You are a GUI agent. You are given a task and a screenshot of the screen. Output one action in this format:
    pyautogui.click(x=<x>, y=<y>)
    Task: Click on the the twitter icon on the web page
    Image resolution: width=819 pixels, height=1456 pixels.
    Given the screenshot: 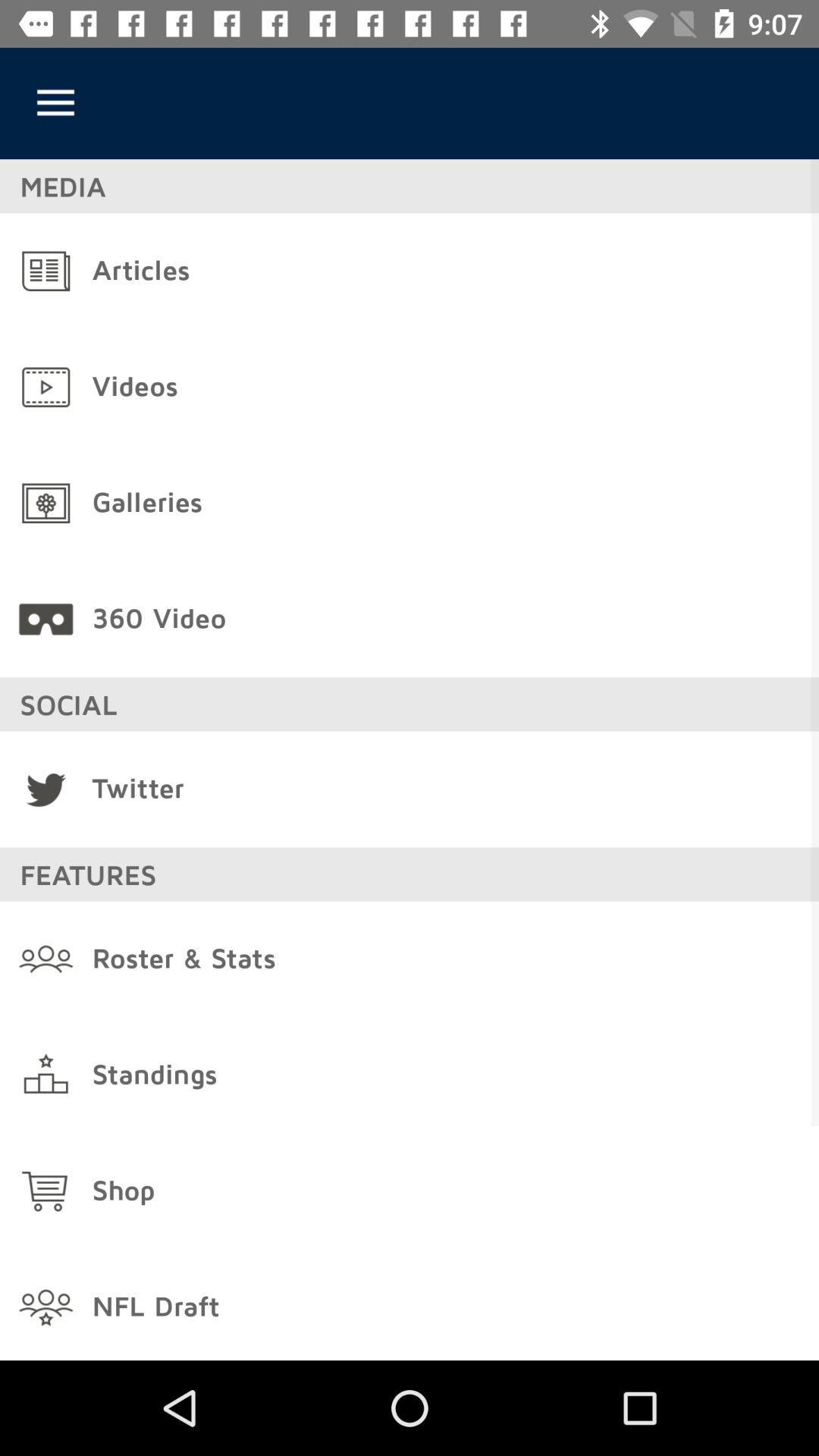 What is the action you would take?
    pyautogui.click(x=45, y=789)
    